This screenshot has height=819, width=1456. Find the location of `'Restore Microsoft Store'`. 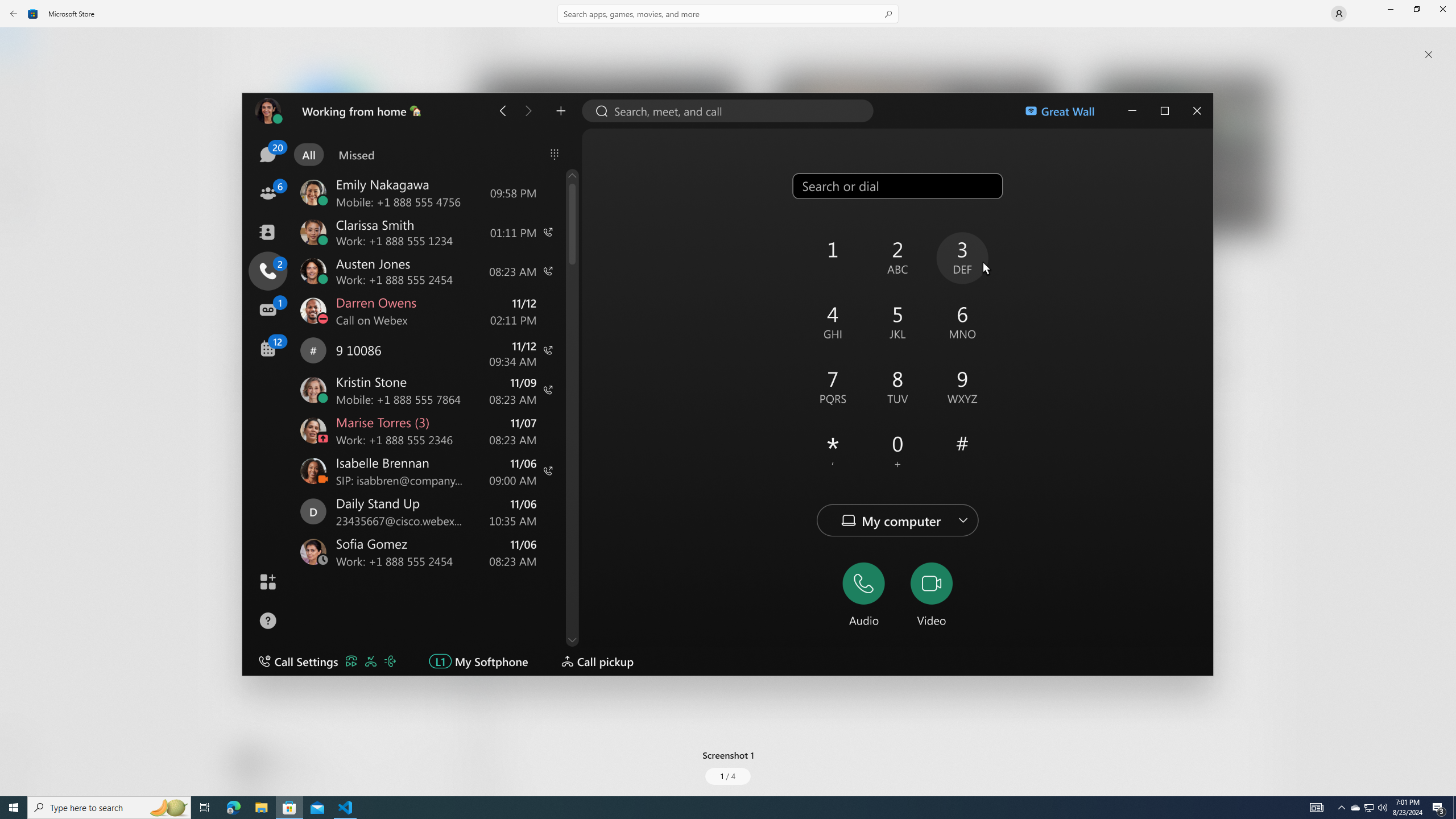

'Restore Microsoft Store' is located at coordinates (1416, 9).